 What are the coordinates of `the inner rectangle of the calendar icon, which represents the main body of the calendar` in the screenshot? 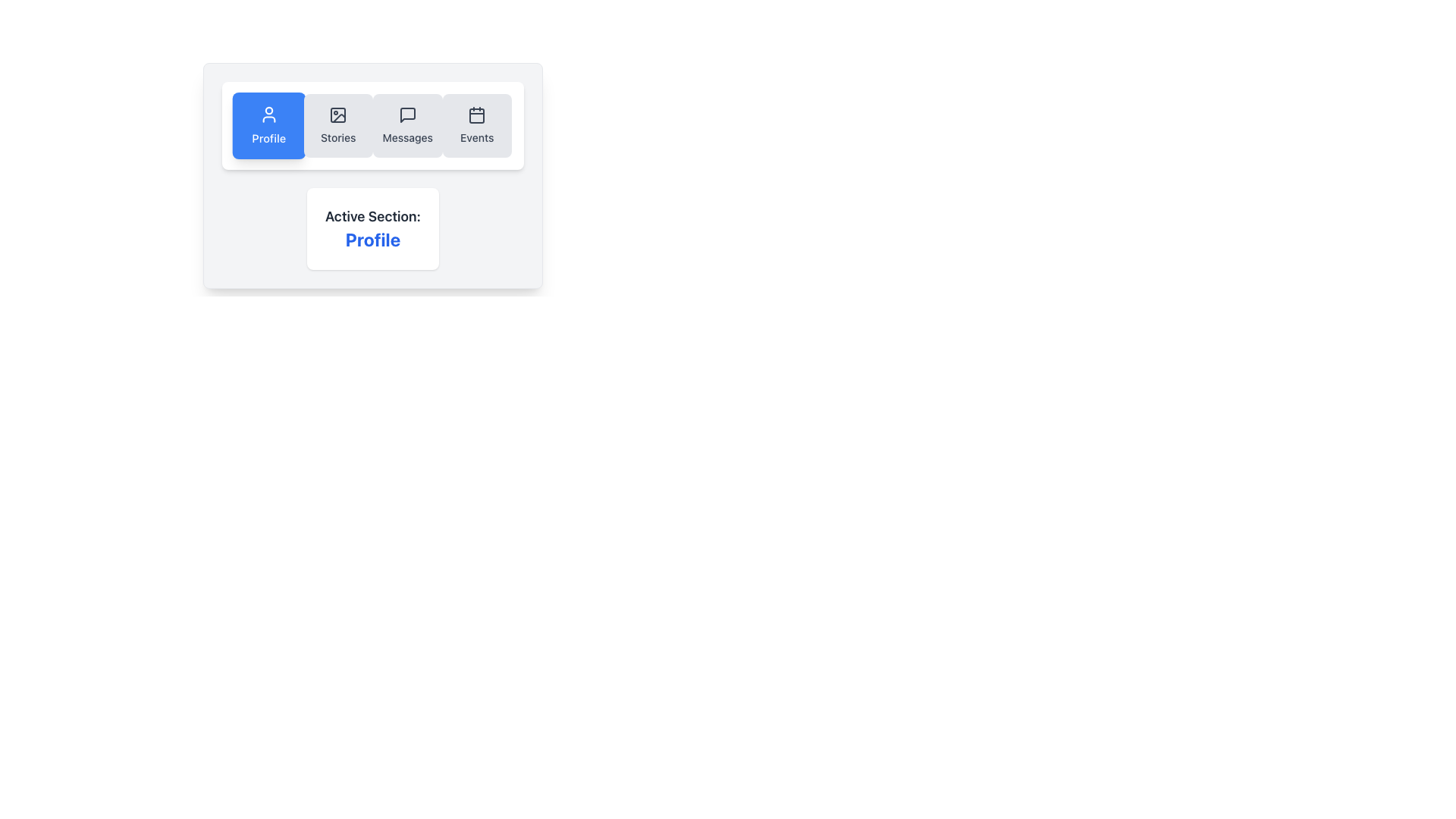 It's located at (476, 115).